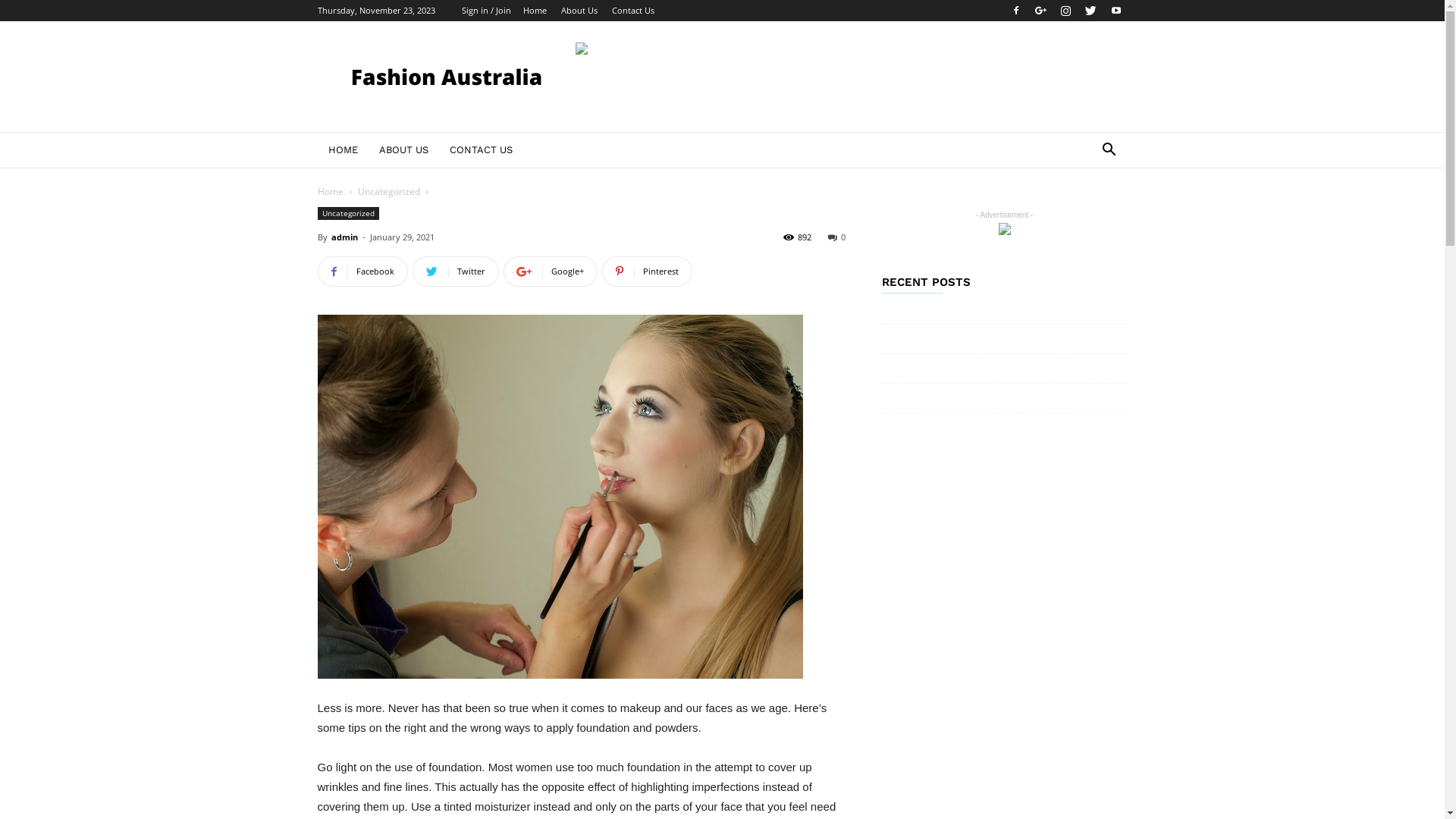  I want to click on 'Search', so click(1058, 210).